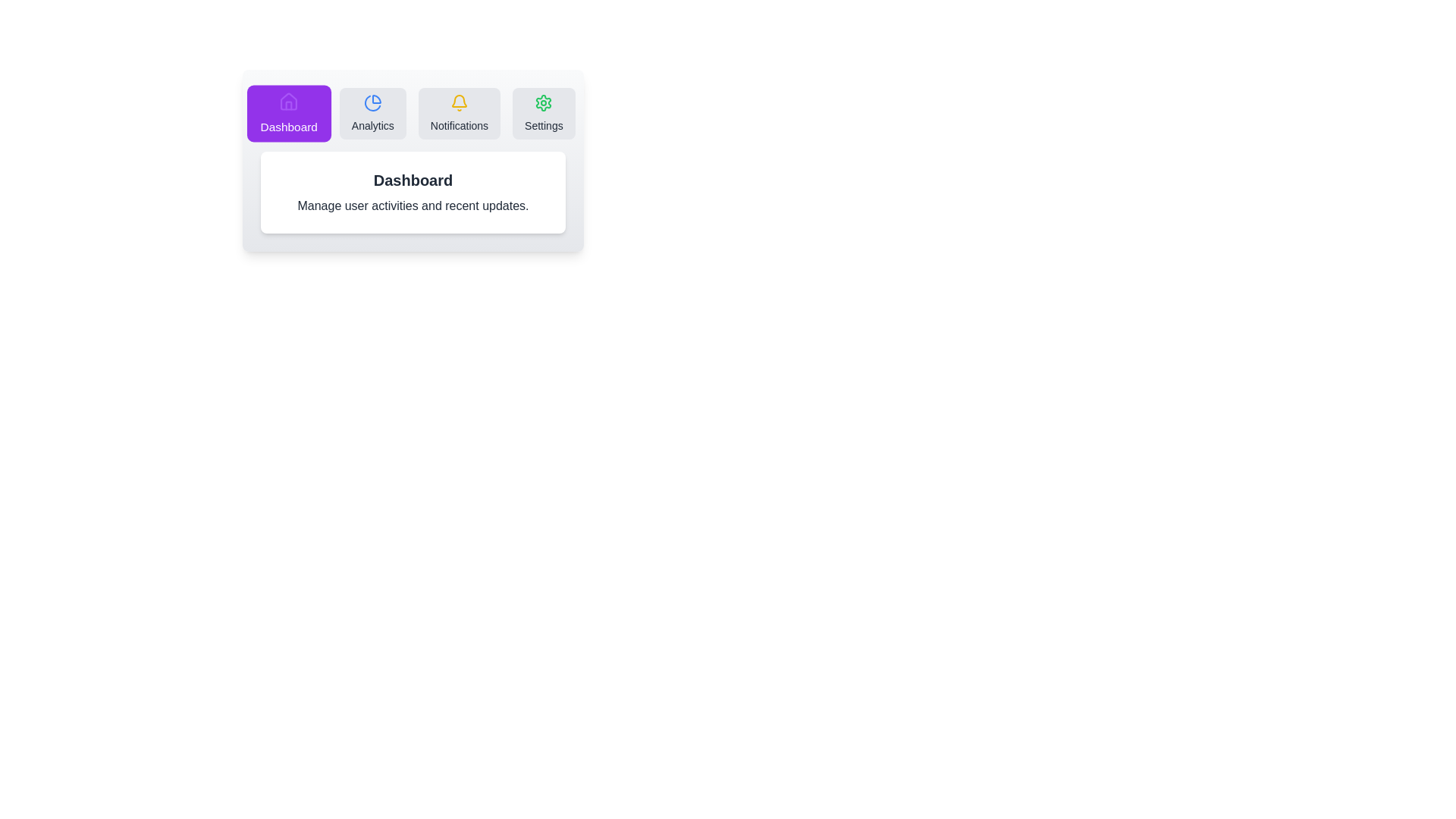 Image resolution: width=1456 pixels, height=819 pixels. Describe the element at coordinates (544, 113) in the screenshot. I see `the Settings tab` at that location.